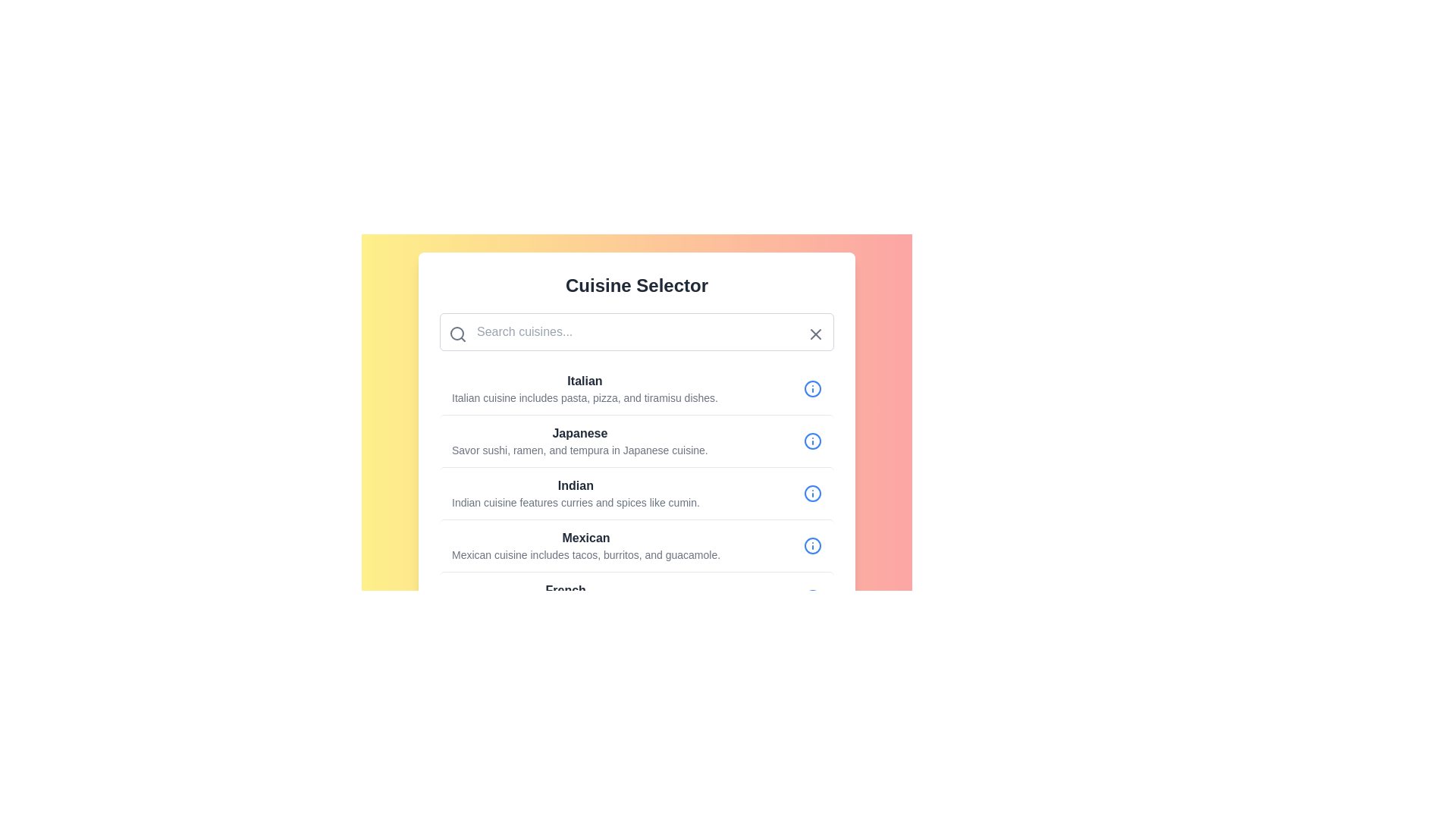 This screenshot has width=1456, height=819. I want to click on text of the heading element that contains the bolded word 'Italian', which is prominently displayed at the top of the cuisine list item under 'Cuisine Selector', so click(584, 380).